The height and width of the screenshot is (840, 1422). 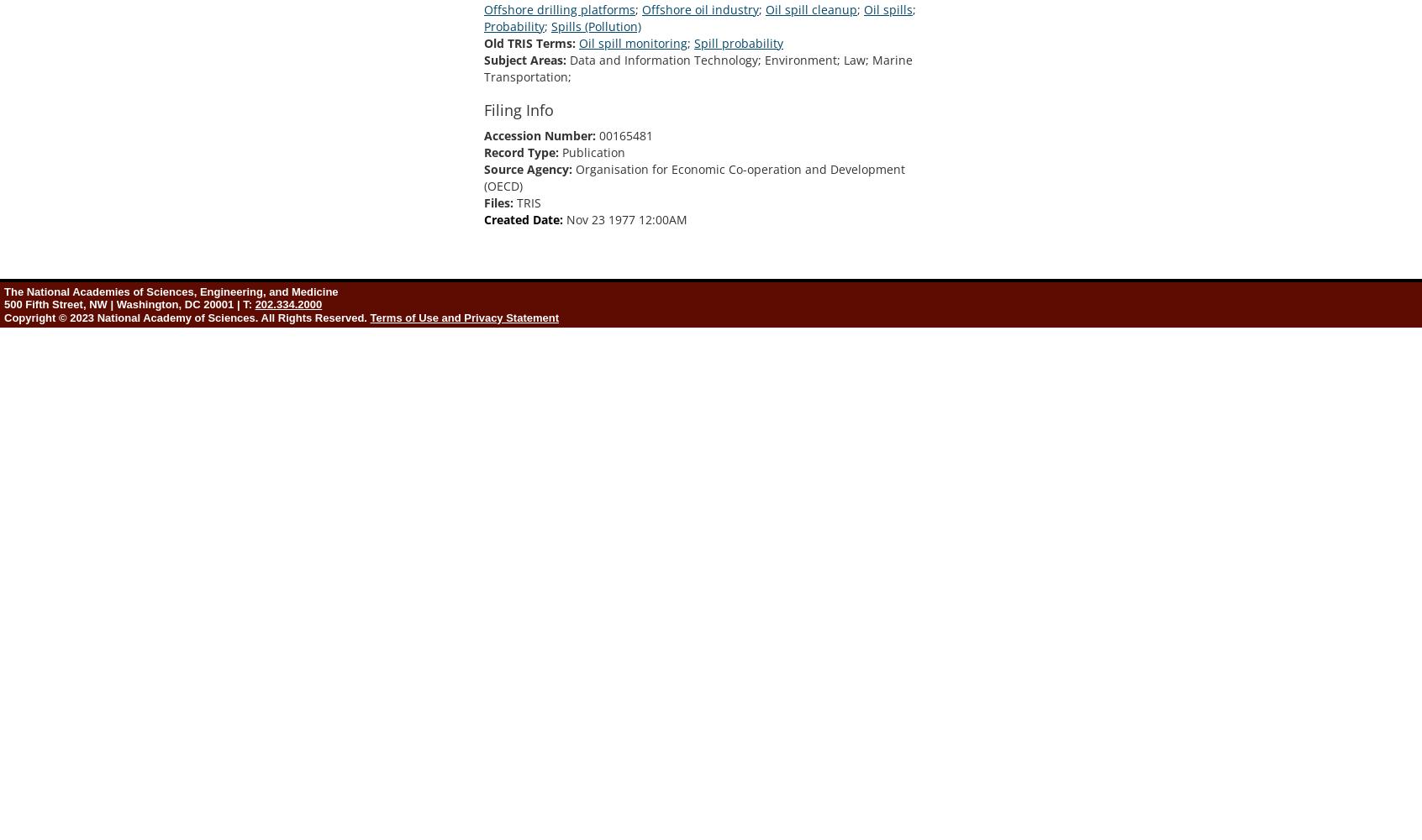 I want to click on 'Files:', so click(x=499, y=201).